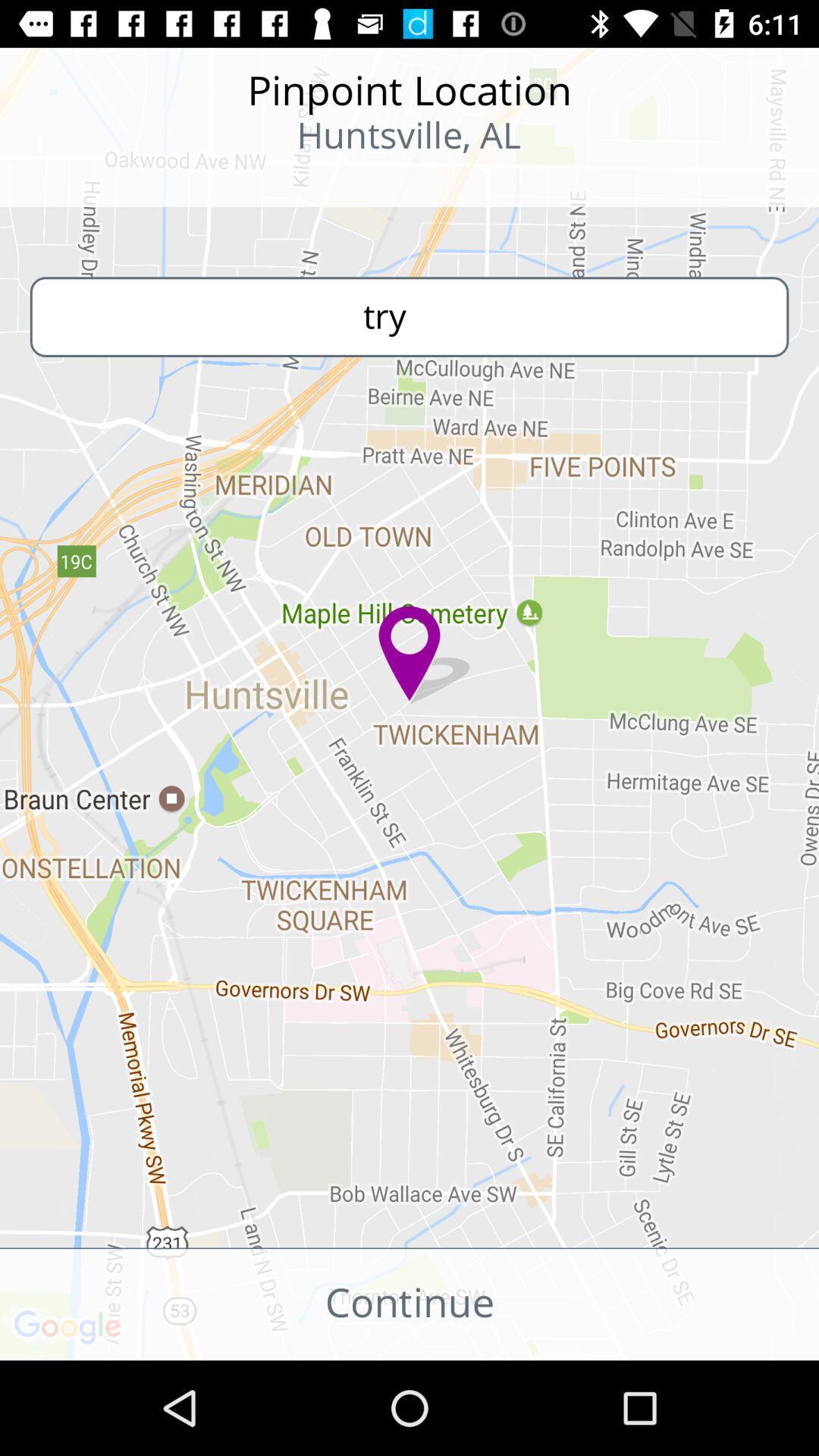  I want to click on the more icon, so click(99, 182).